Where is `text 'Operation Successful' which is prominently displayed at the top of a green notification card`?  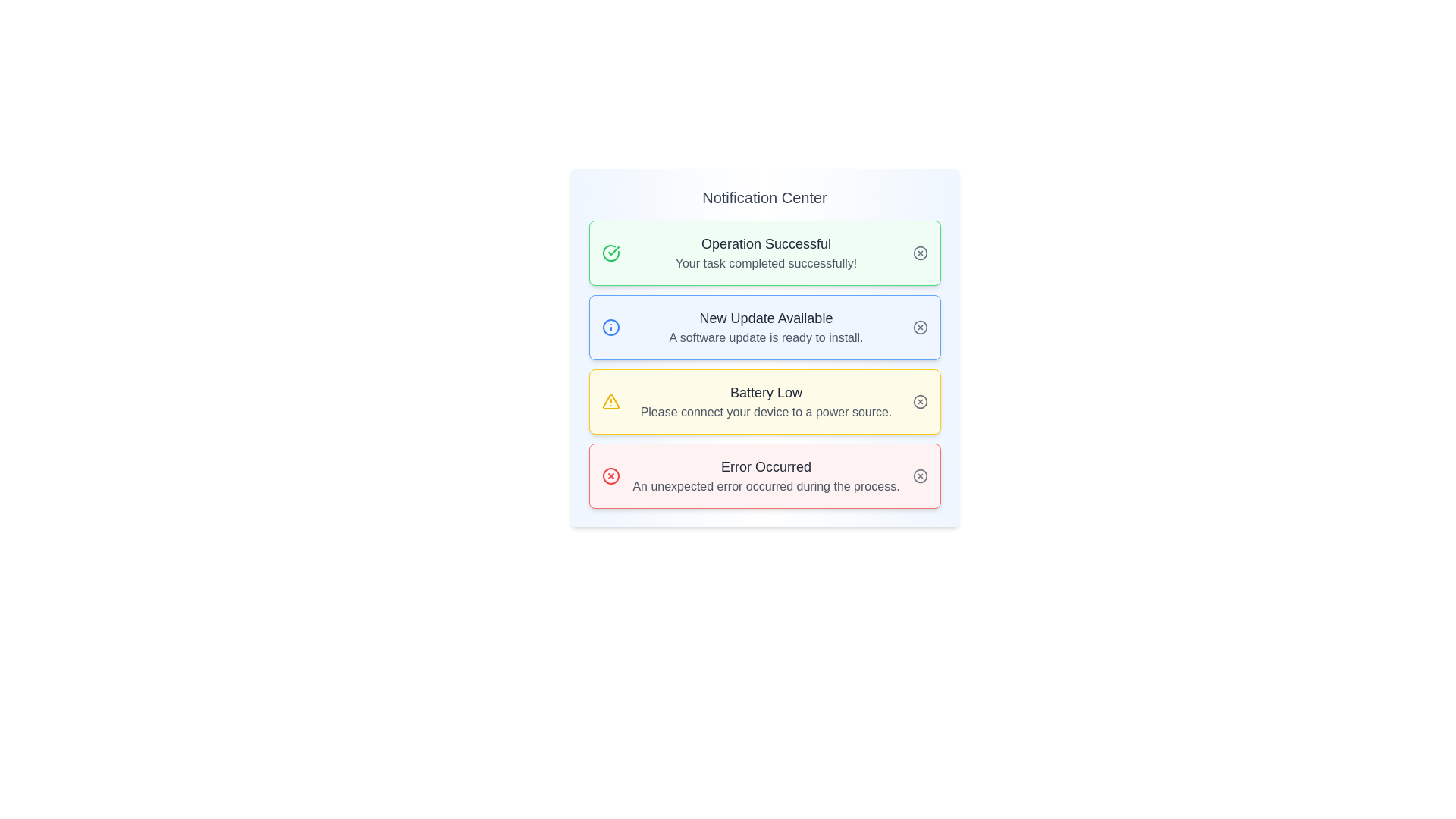
text 'Operation Successful' which is prominently displayed at the top of a green notification card is located at coordinates (766, 243).